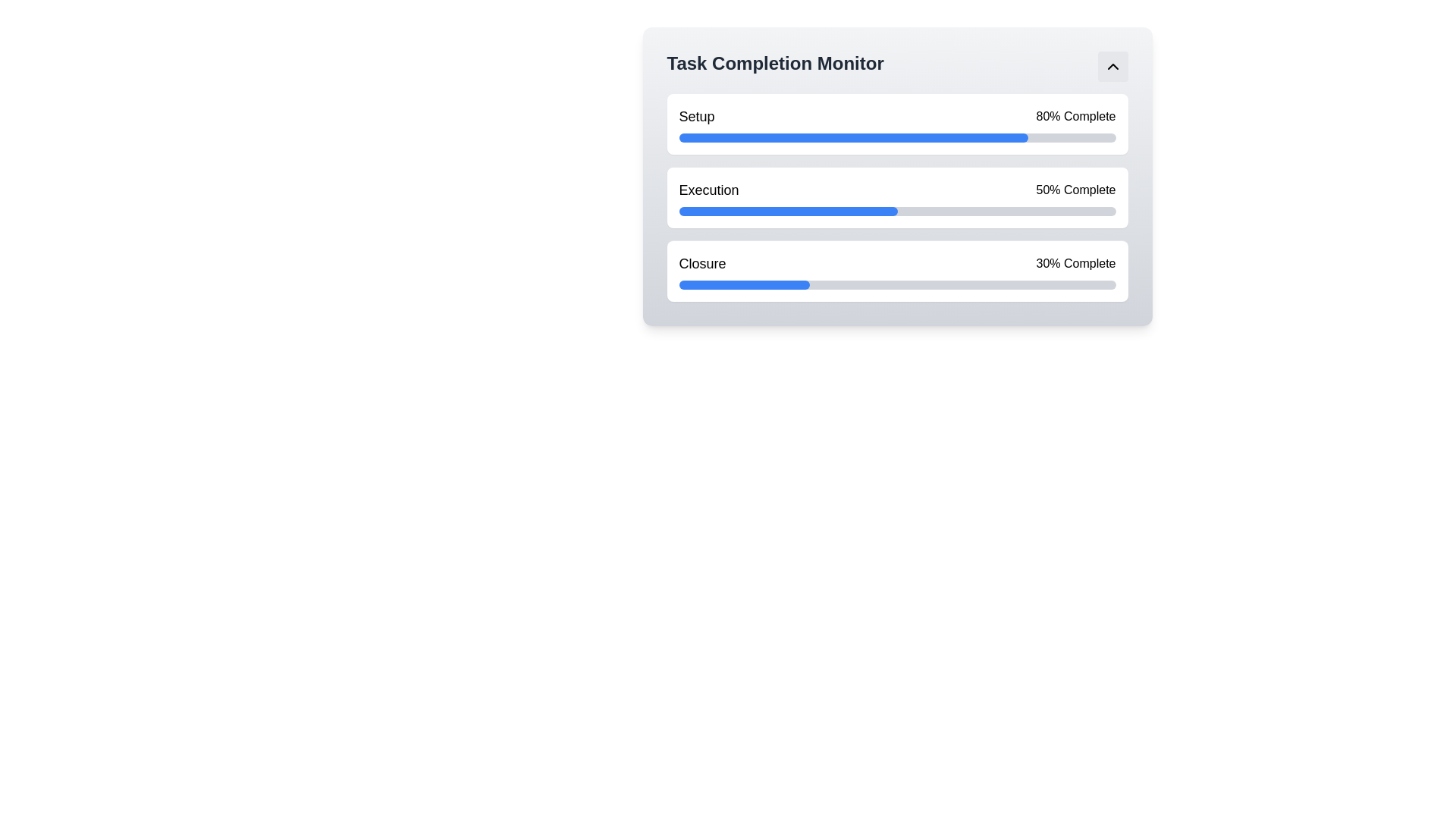 Image resolution: width=1456 pixels, height=819 pixels. What do you see at coordinates (1075, 116) in the screenshot?
I see `the text label displaying '80% Complete' which indicates the percentage completion status of the 'Setup' task in the 'Task Completion Monitor' component` at bounding box center [1075, 116].